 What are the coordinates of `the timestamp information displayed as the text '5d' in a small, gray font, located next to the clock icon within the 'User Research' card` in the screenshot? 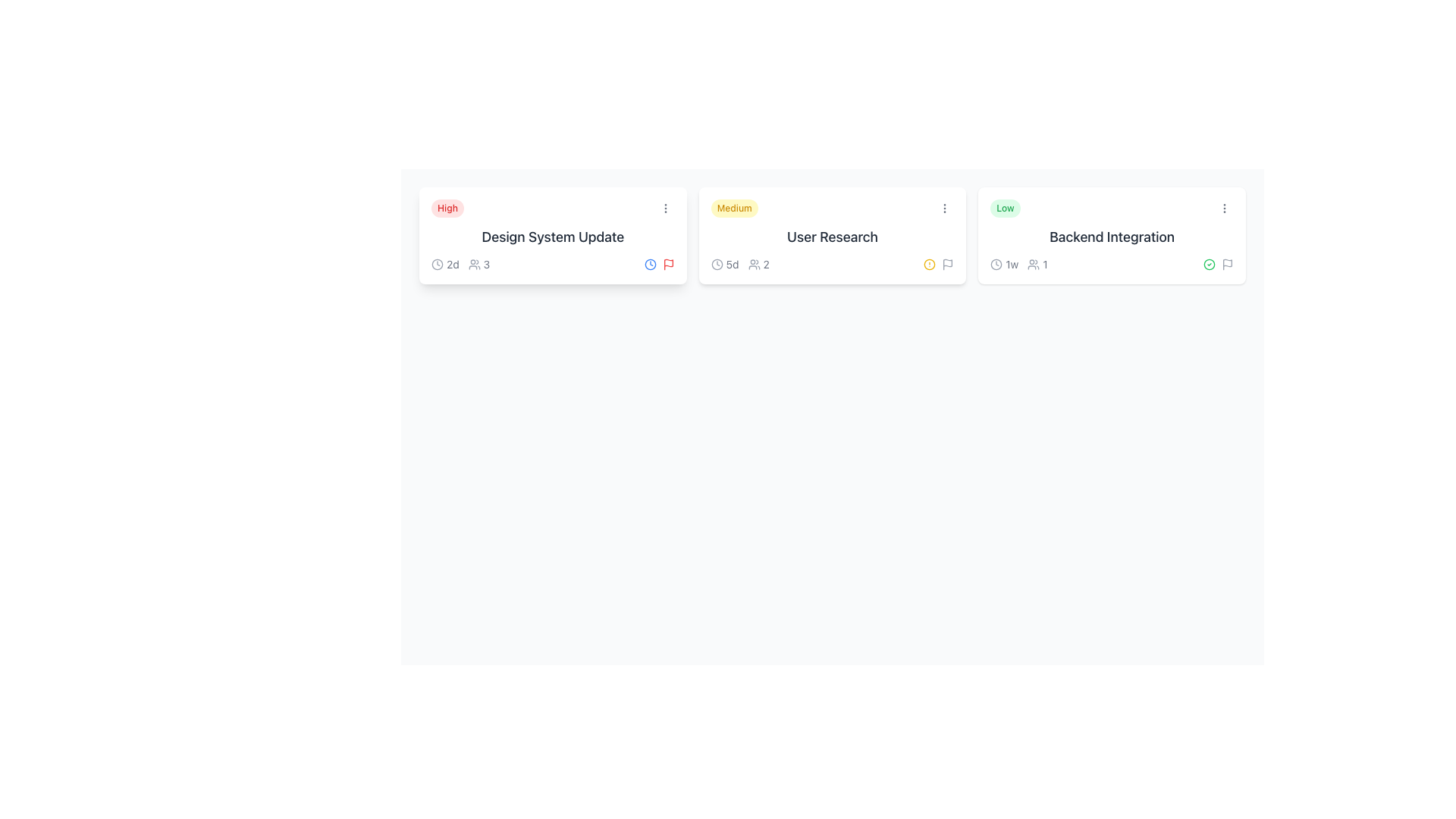 It's located at (724, 263).